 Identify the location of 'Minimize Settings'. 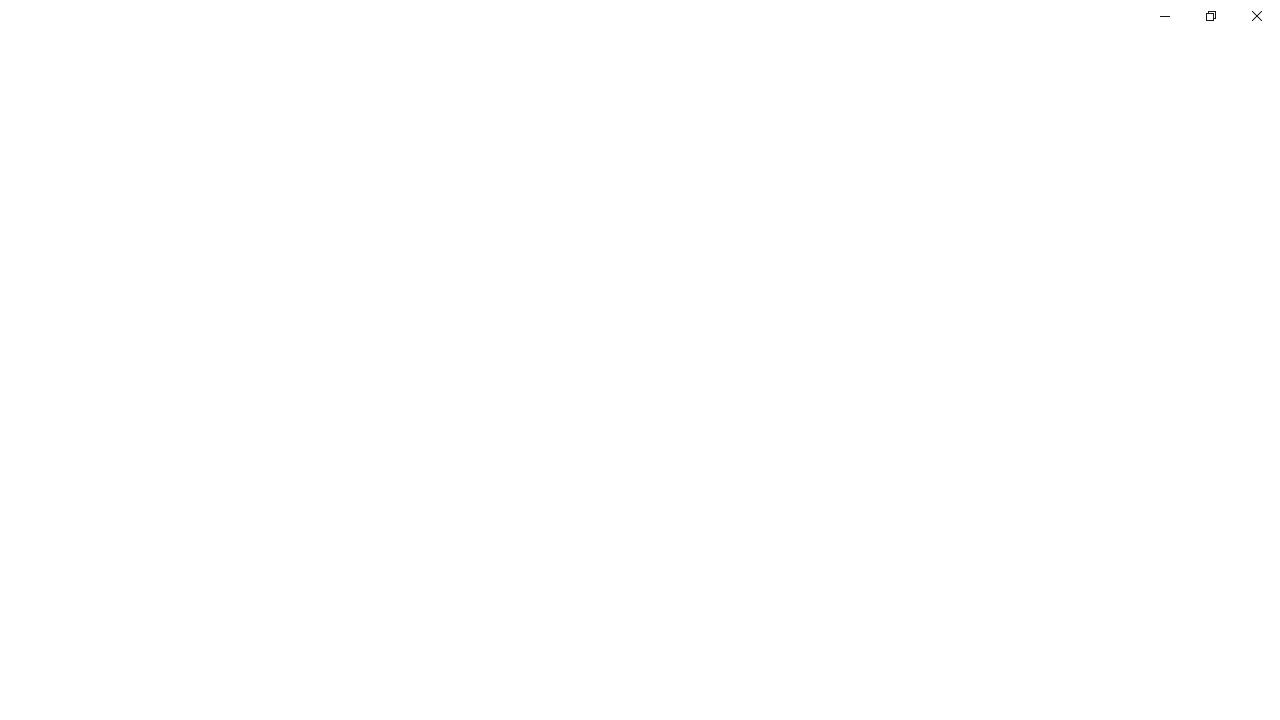
(1164, 15).